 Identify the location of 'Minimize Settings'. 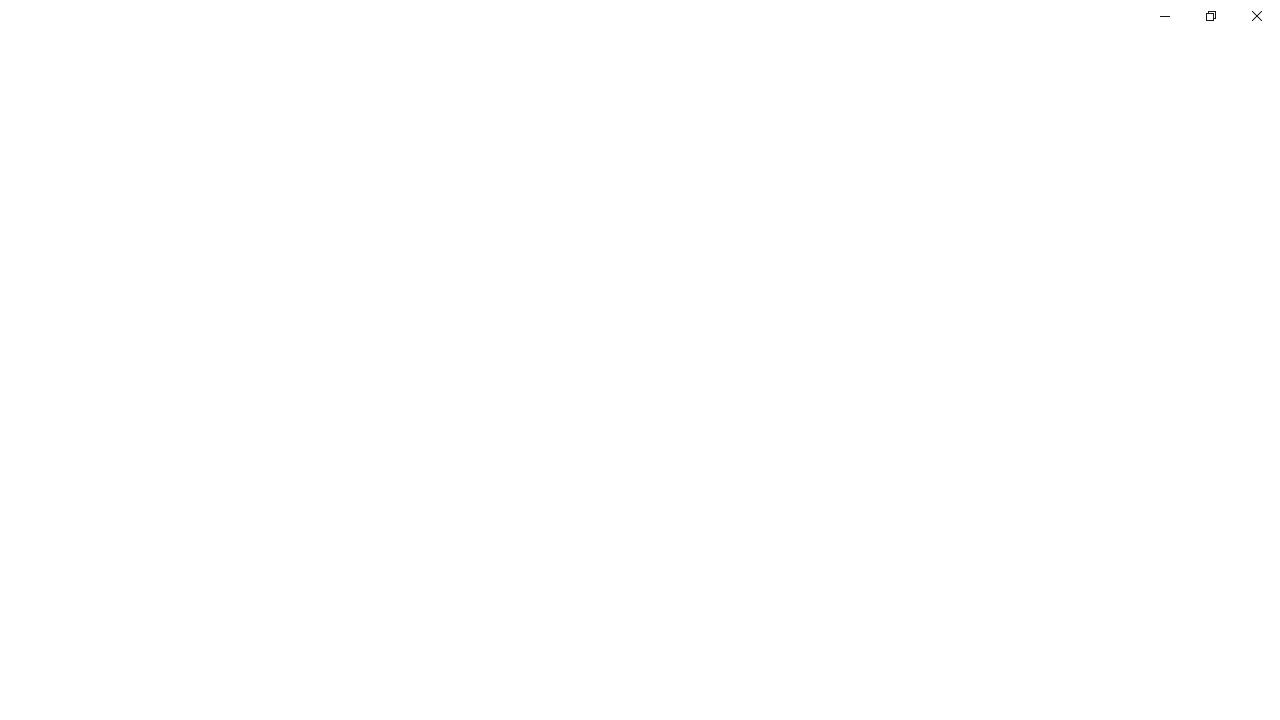
(1164, 15).